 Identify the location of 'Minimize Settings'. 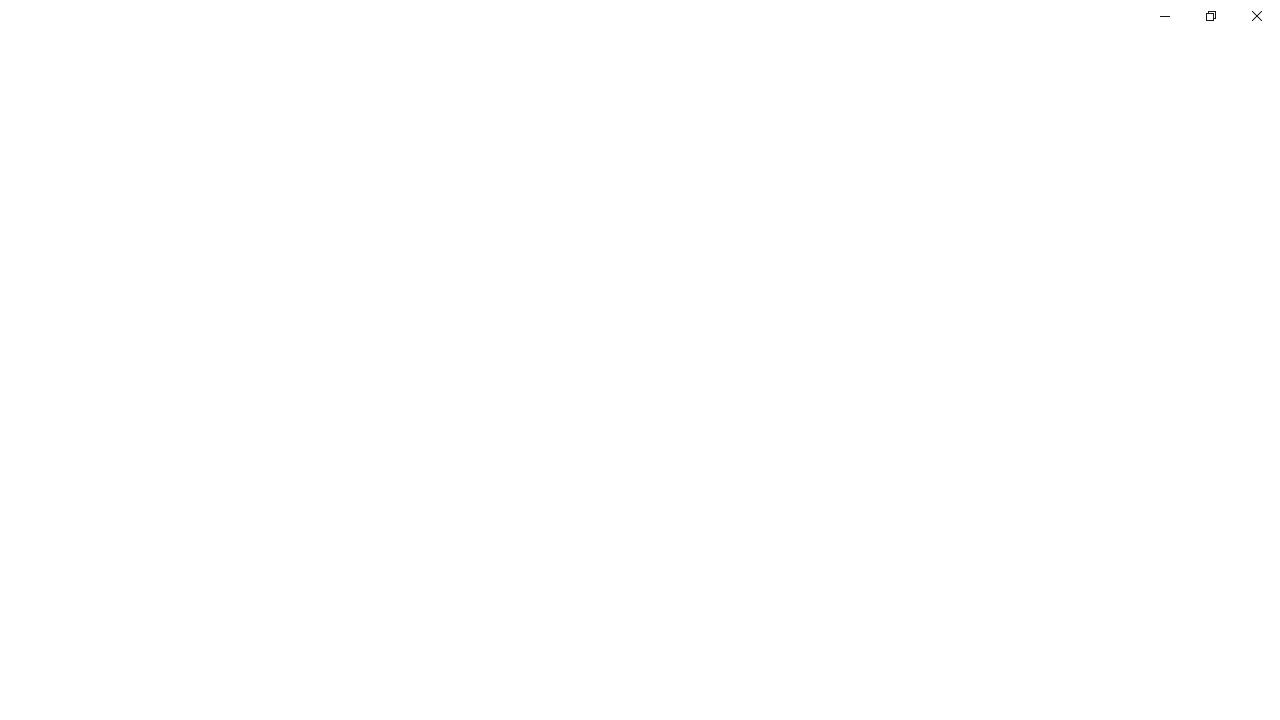
(1164, 15).